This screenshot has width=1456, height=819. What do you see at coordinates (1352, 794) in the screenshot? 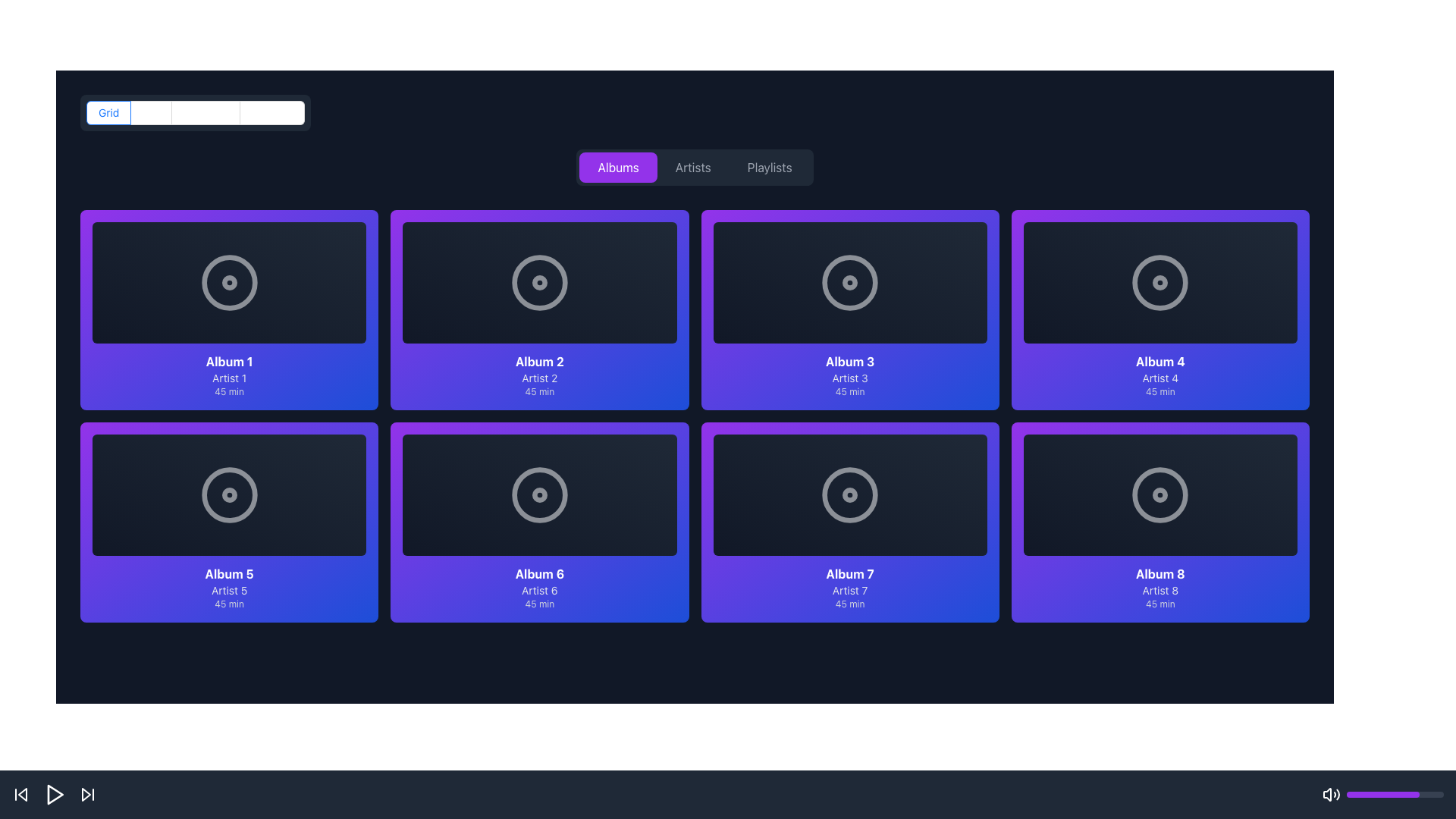
I see `the slider value` at bounding box center [1352, 794].